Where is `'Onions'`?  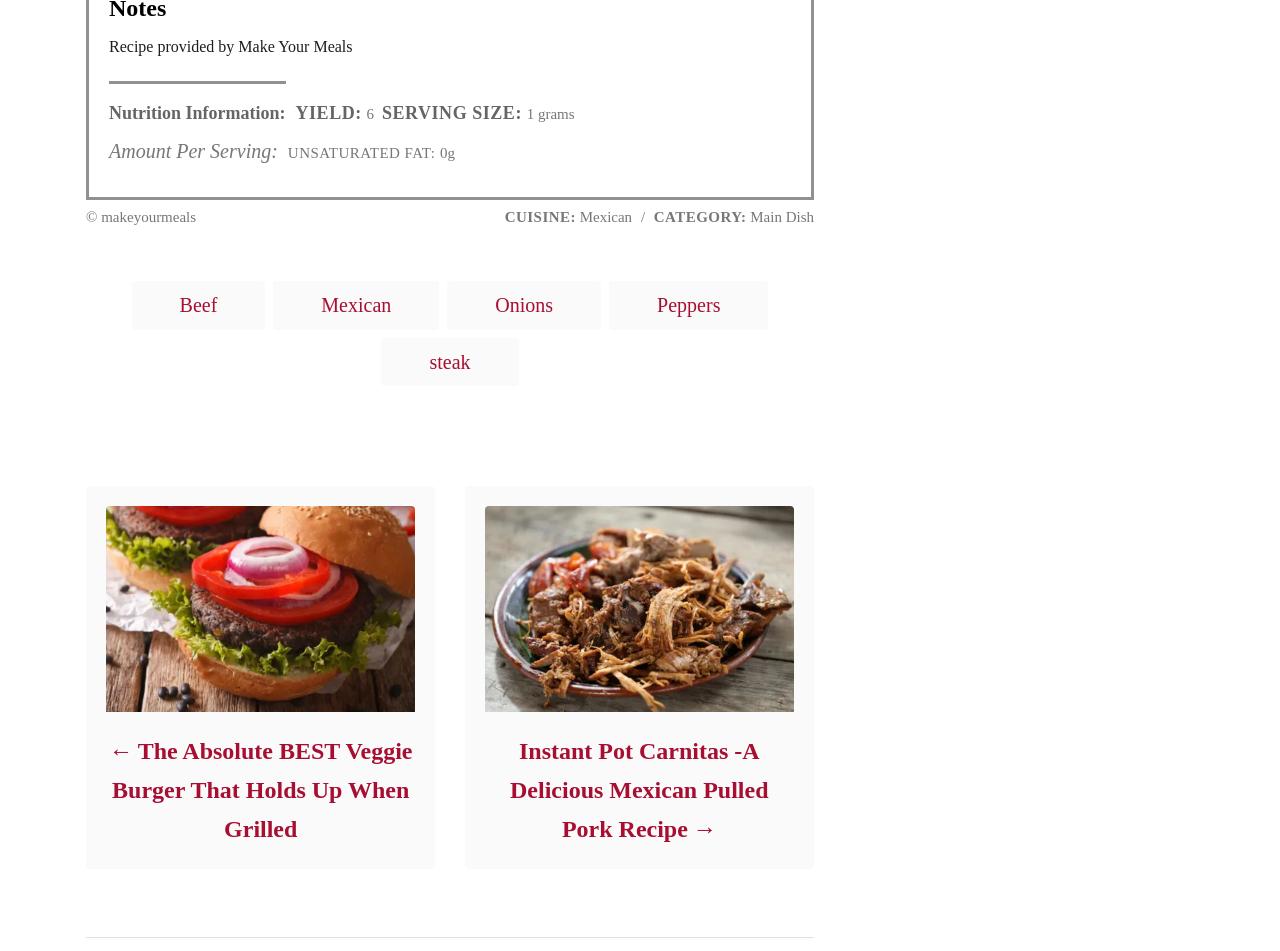 'Onions' is located at coordinates (524, 304).